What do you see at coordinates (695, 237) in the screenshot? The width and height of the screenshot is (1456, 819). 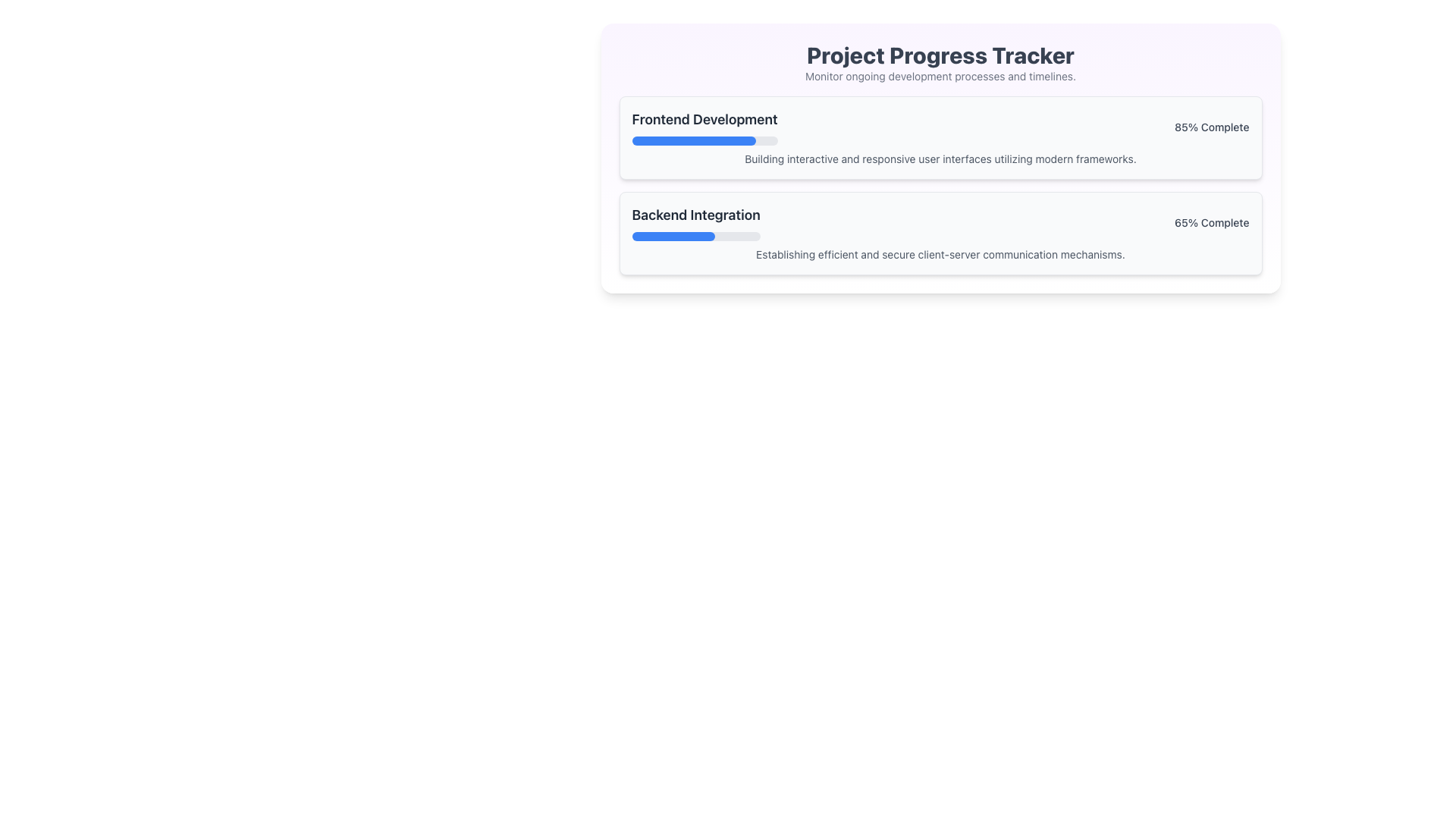 I see `the Progress Bar element located underneath the 'Backend Integration' text, which is styled with a gray background and blue fill indicating 65% completion` at bounding box center [695, 237].